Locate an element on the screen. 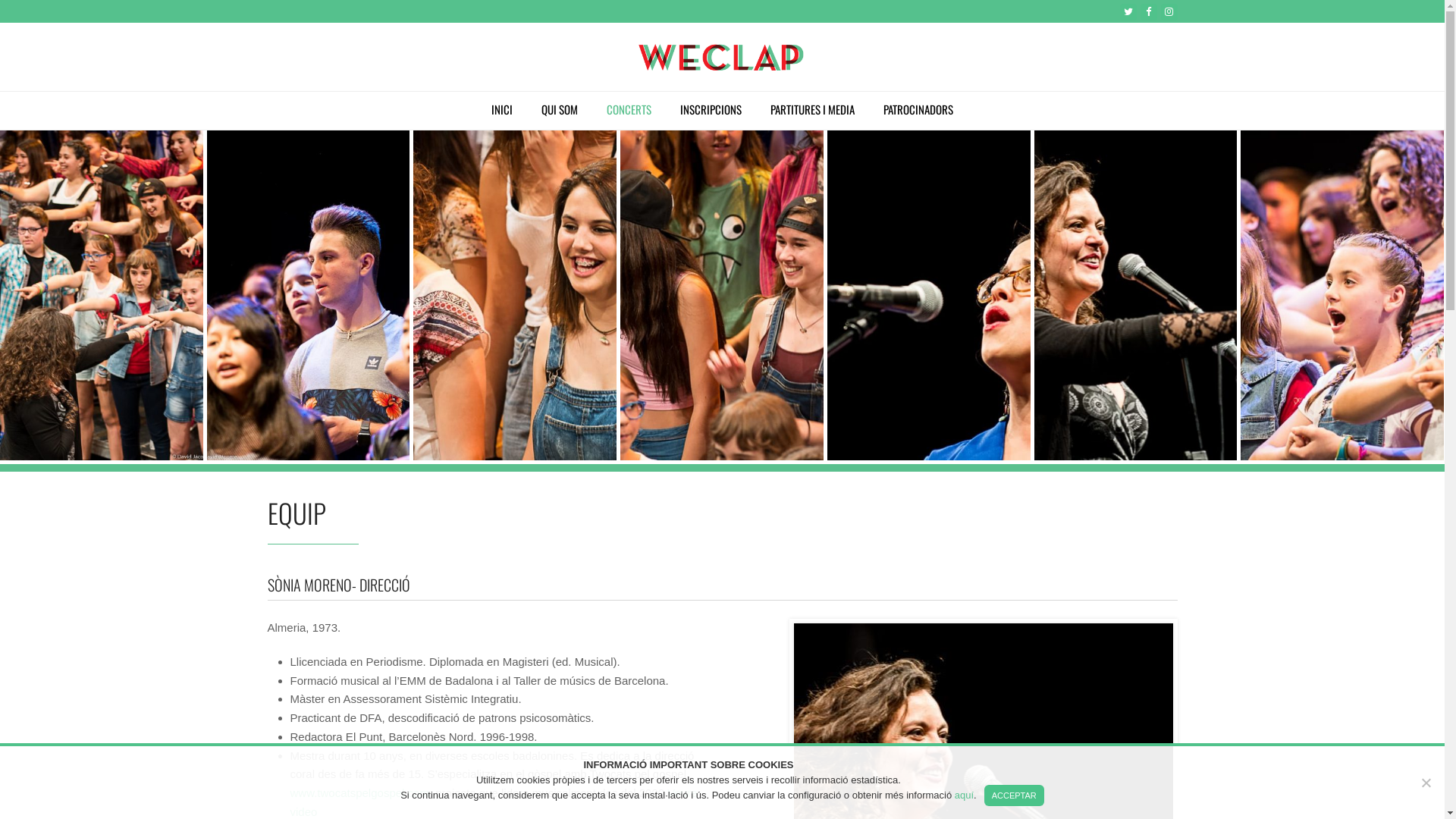 The height and width of the screenshot is (819, 1456). 'www.twocatspelgospel.com' is located at coordinates (358, 792).